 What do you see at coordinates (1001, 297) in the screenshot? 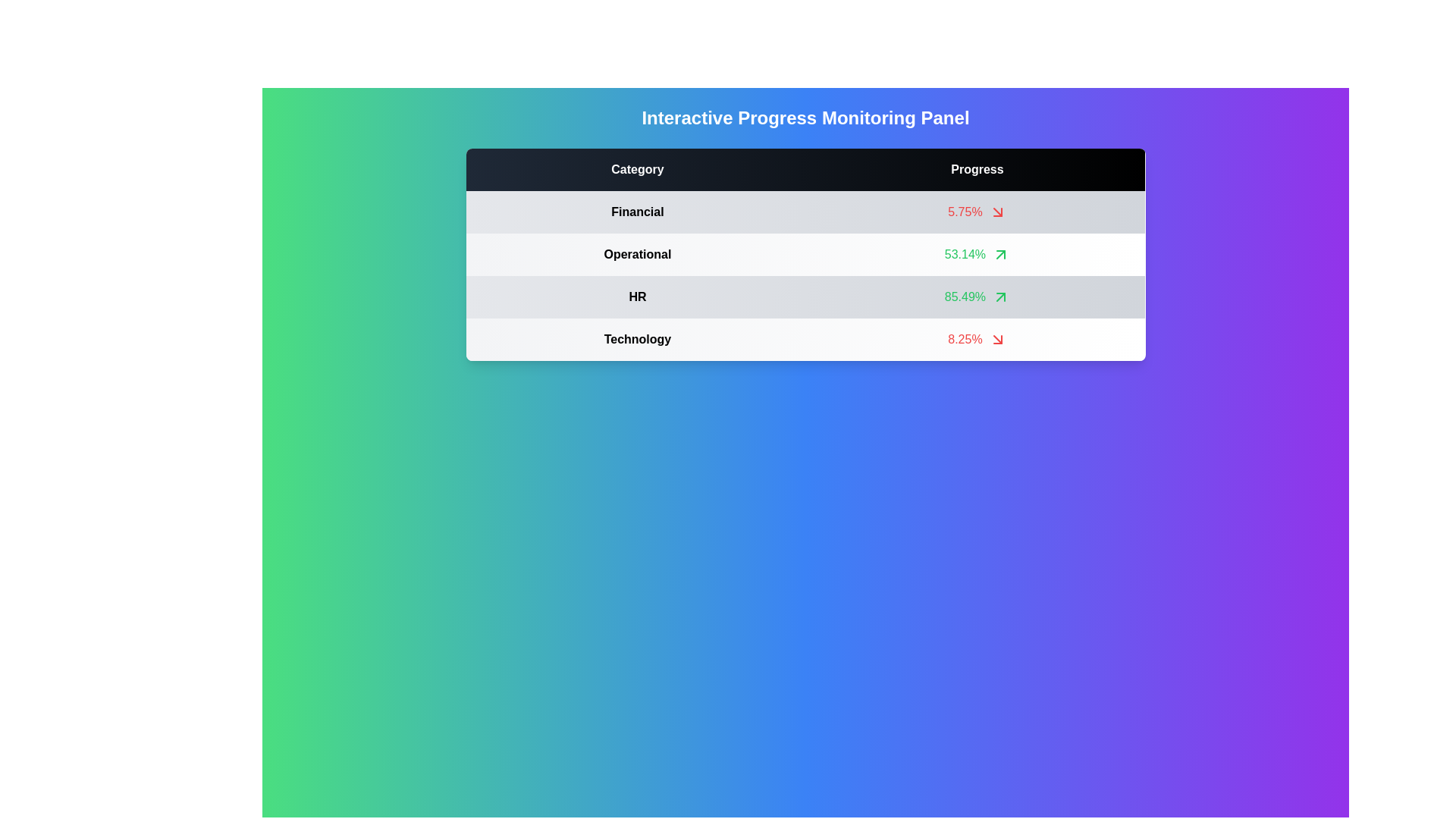
I see `the arrow indicator next to the progress value for the category HR` at bounding box center [1001, 297].